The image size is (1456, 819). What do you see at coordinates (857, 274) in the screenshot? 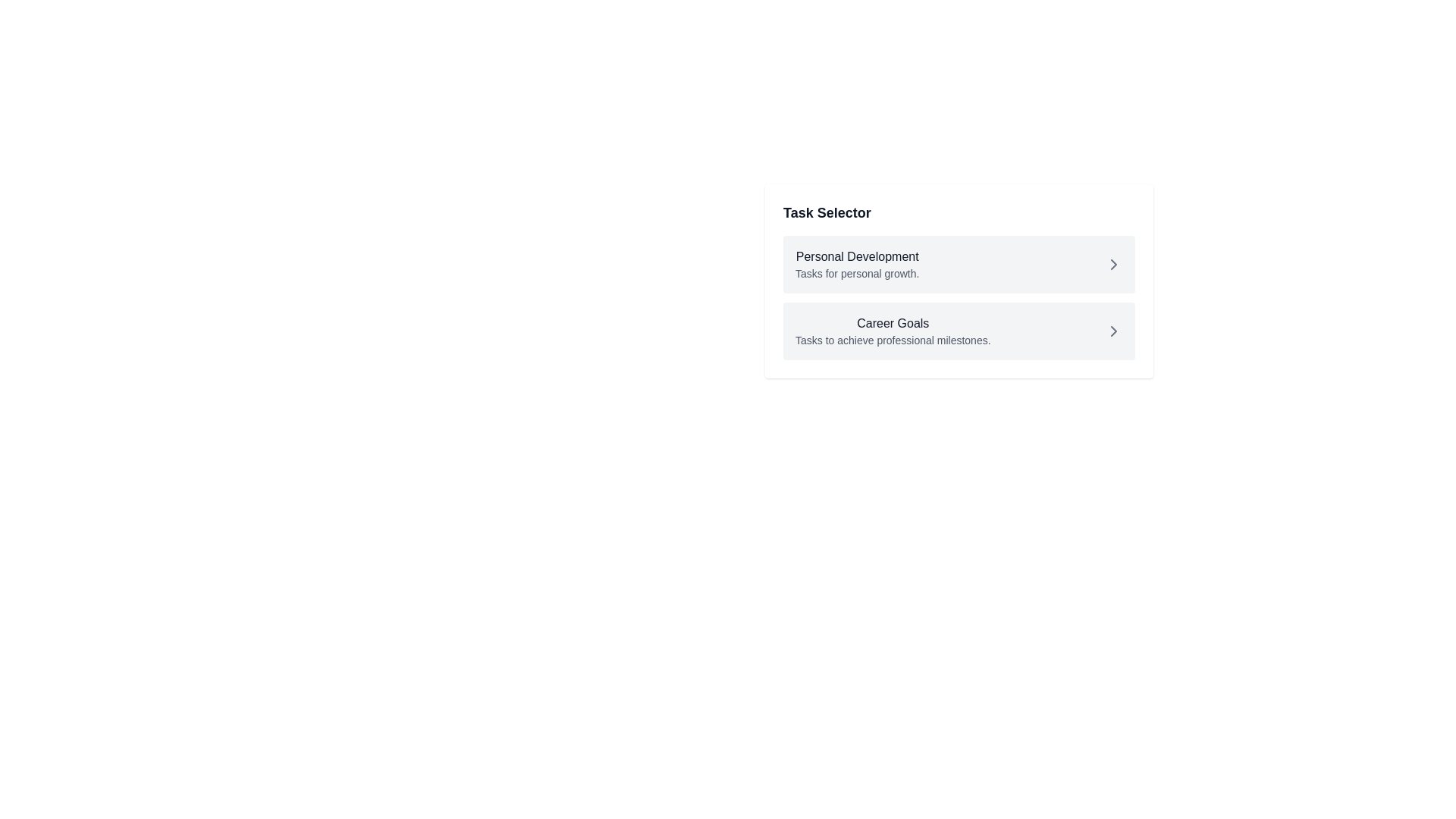
I see `the text label displaying 'Tasks for personal growth.' which is styled in a smaller gray font and located directly below 'Personal Development' within the 'Task Selector' section` at bounding box center [857, 274].